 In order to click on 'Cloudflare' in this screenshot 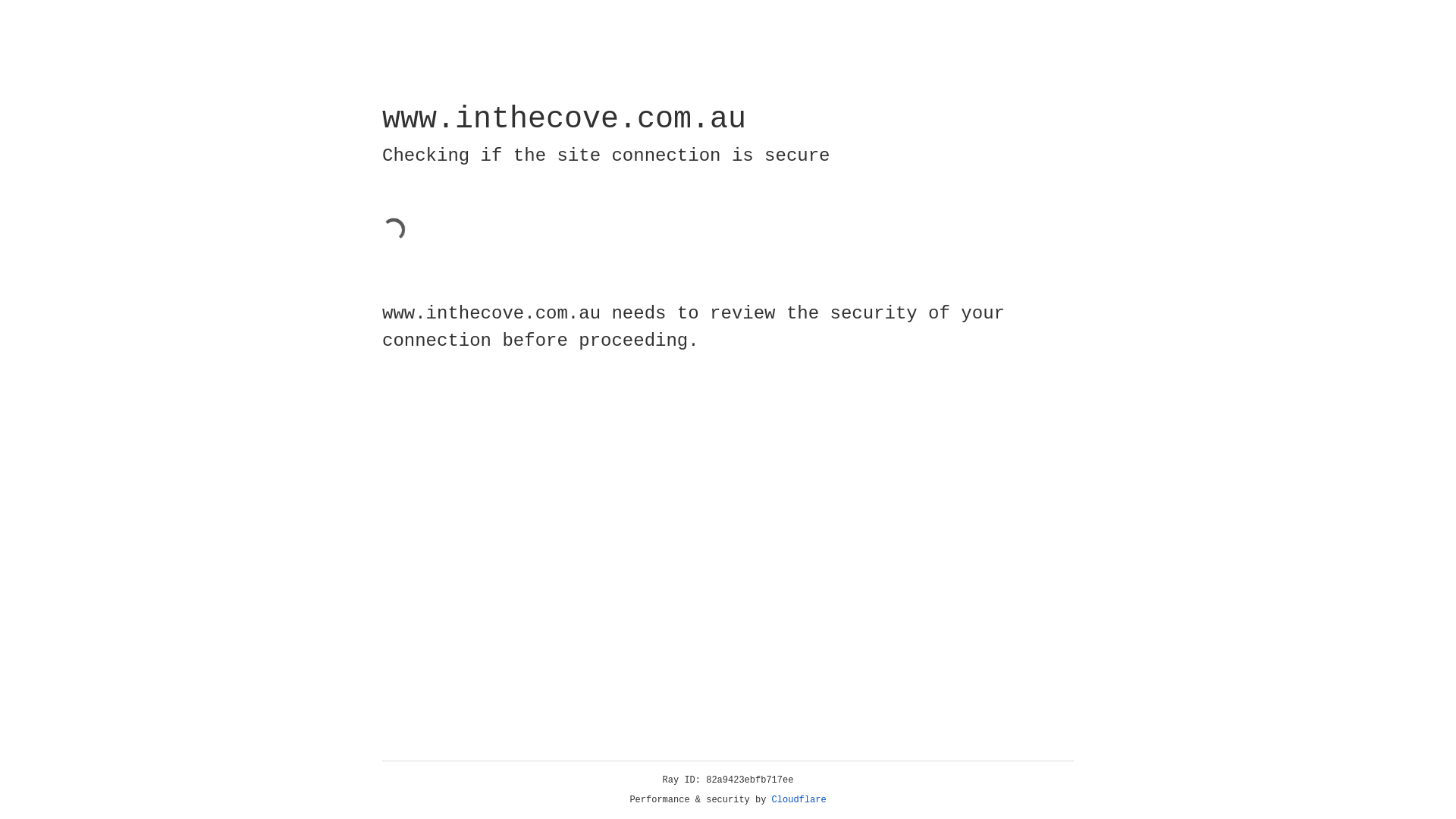, I will do `click(799, 799)`.